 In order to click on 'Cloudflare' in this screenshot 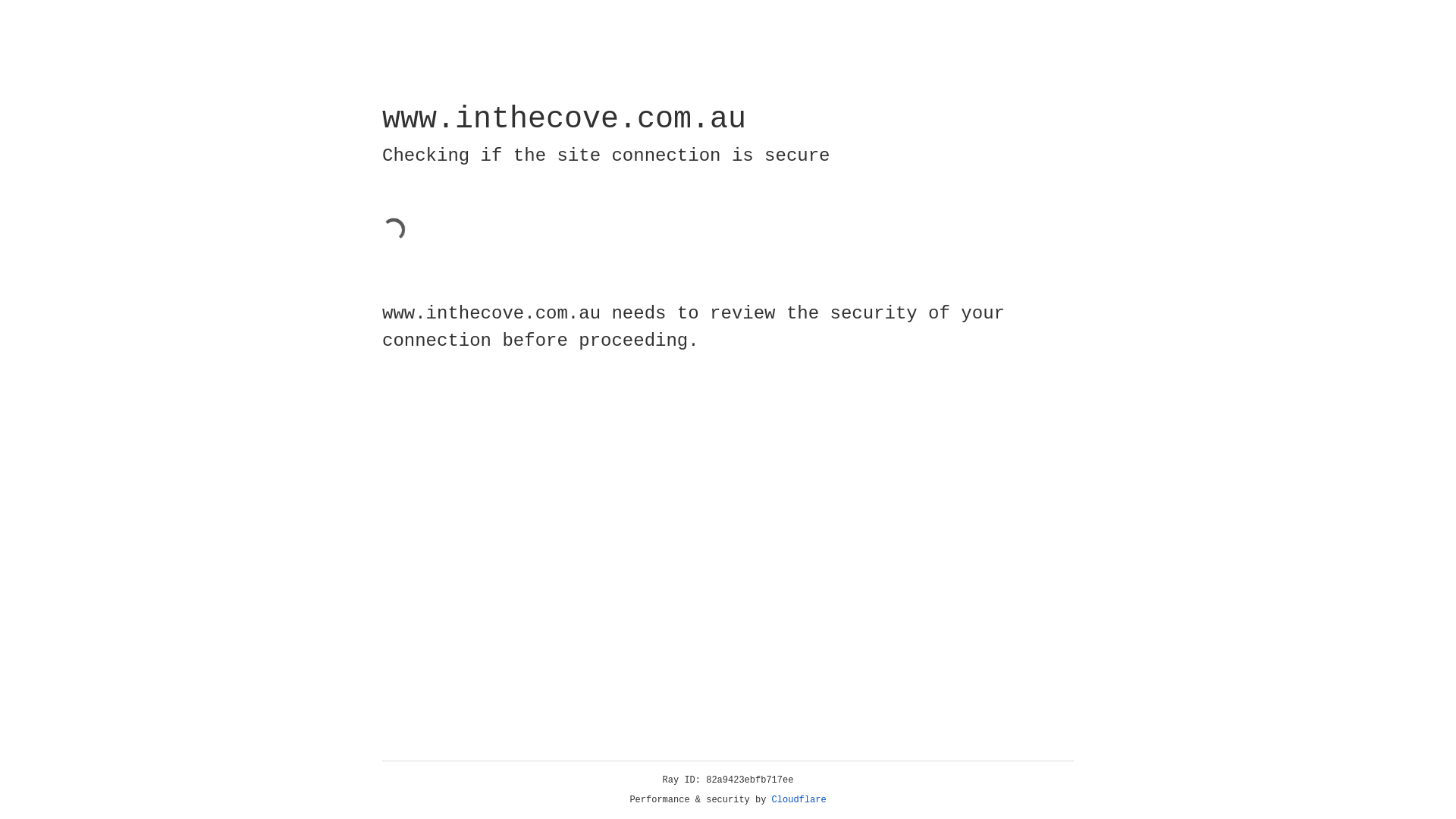, I will do `click(799, 799)`.